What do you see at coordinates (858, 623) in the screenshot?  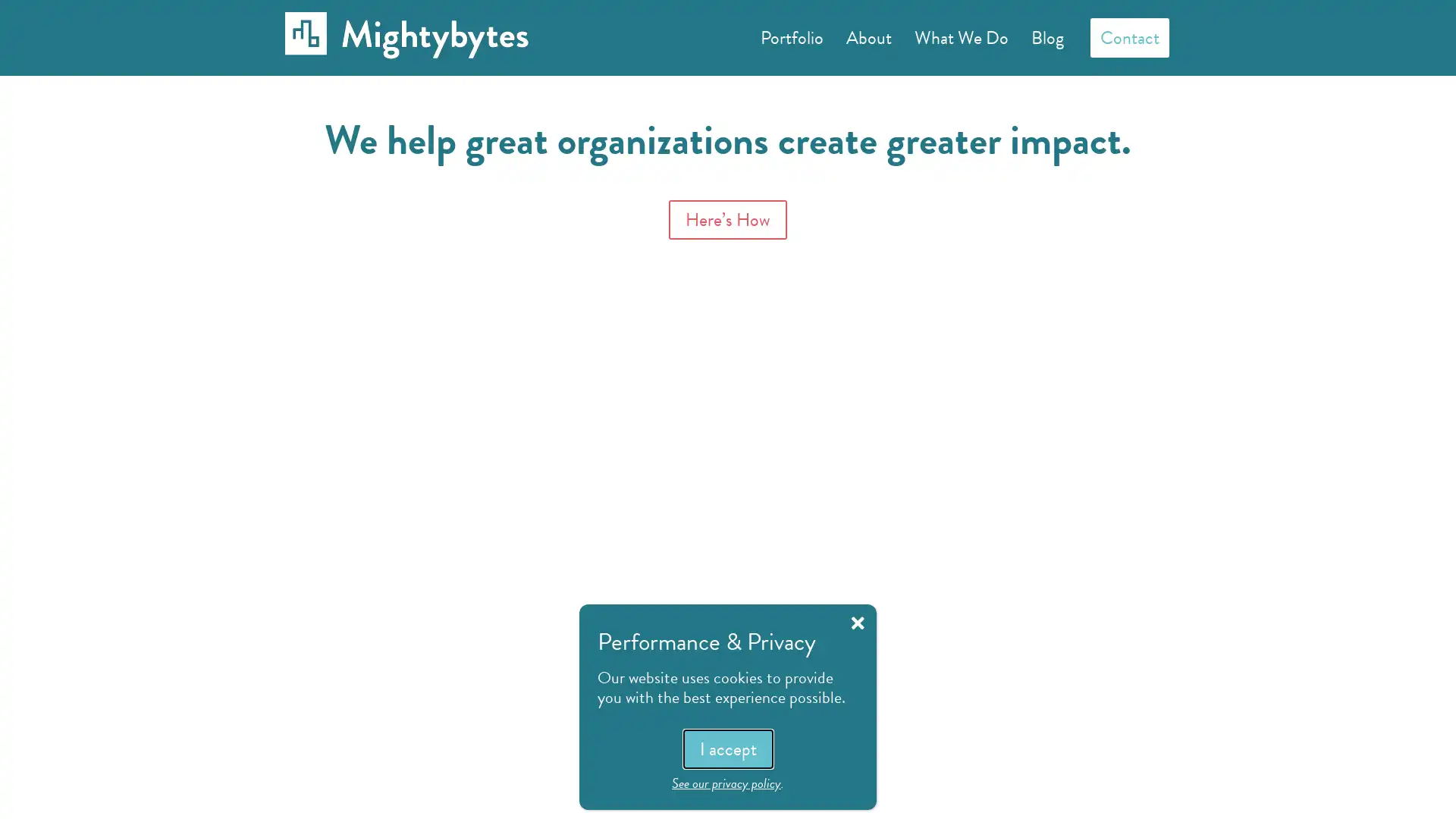 I see `Close` at bounding box center [858, 623].